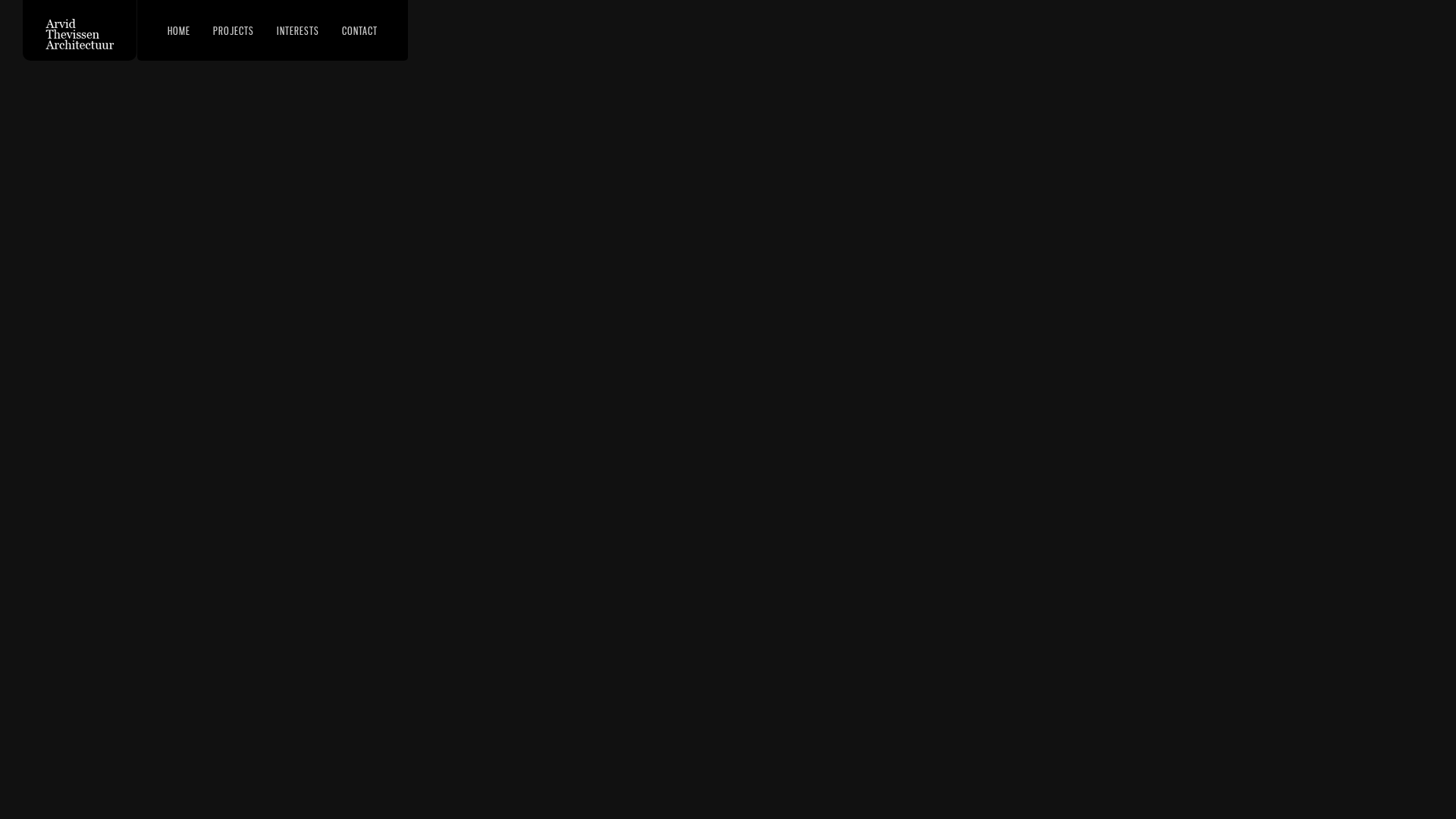  What do you see at coordinates (359, 29) in the screenshot?
I see `'CONTACT'` at bounding box center [359, 29].